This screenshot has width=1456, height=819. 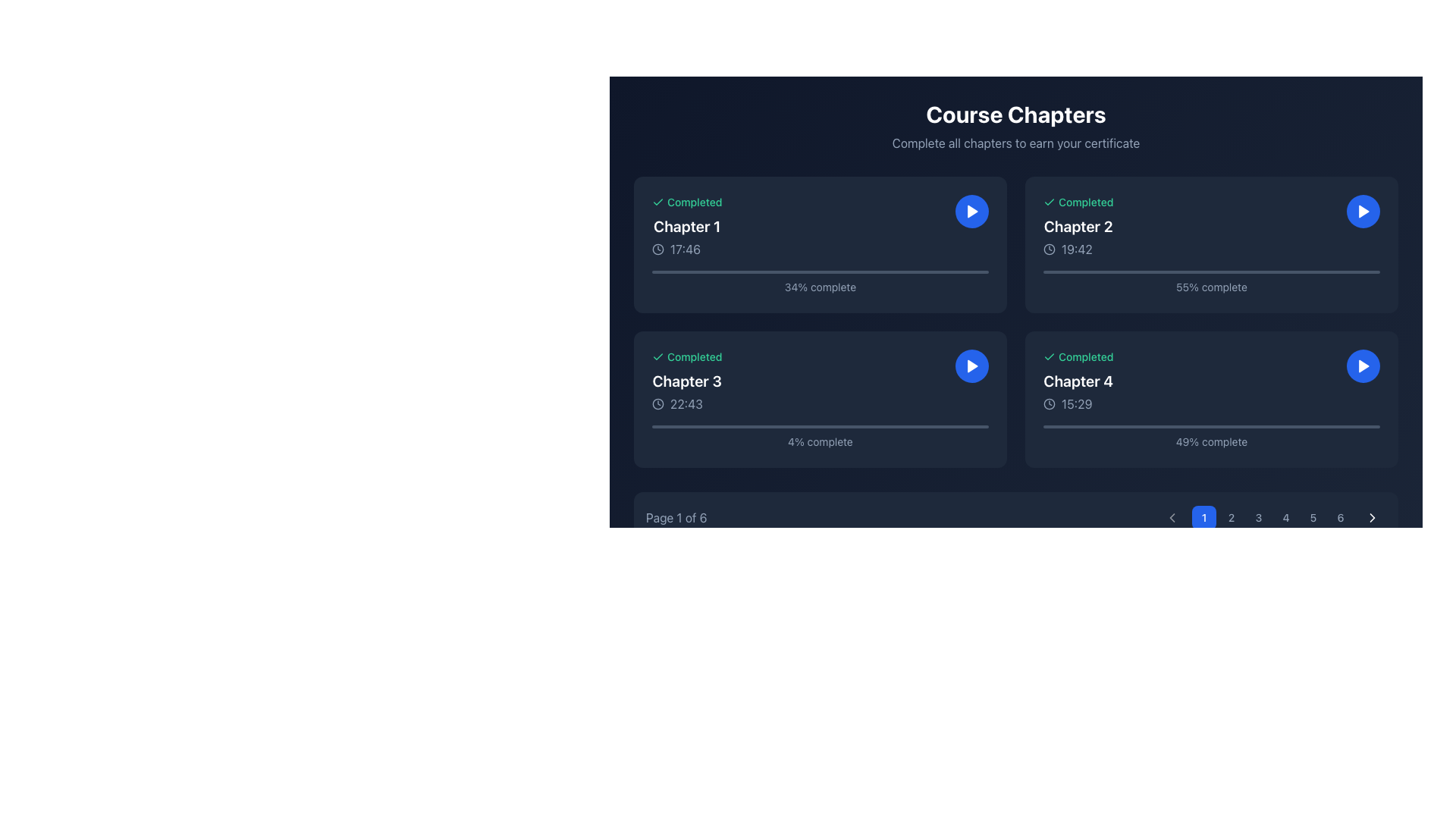 I want to click on the clock icon located in the 'Chapter 4' row, adjacent to the time text '15:29', so click(x=1048, y=403).